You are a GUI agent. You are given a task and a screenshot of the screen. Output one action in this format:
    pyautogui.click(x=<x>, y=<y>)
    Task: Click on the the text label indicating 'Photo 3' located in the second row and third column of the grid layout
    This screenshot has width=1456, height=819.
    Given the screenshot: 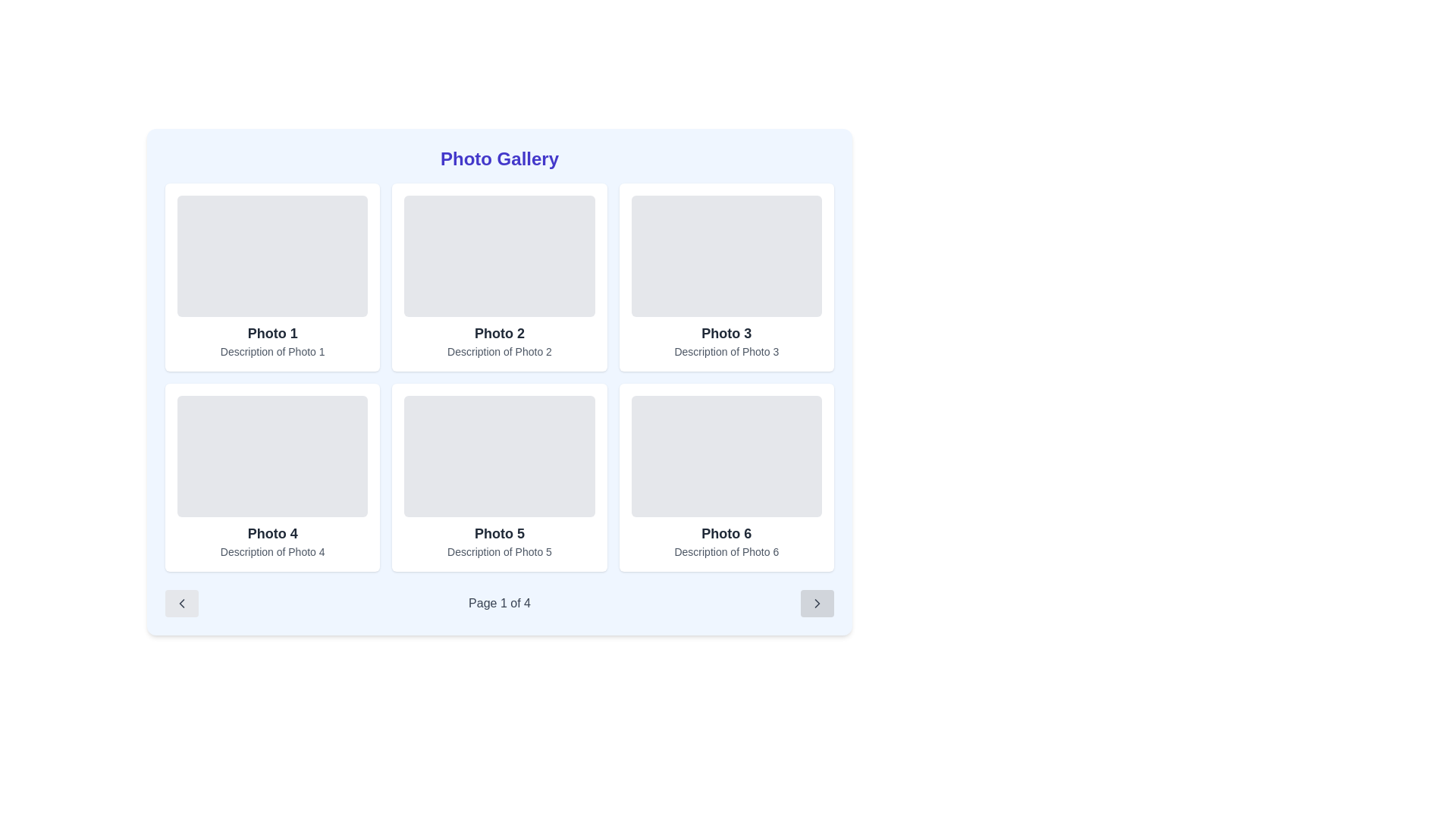 What is the action you would take?
    pyautogui.click(x=726, y=332)
    